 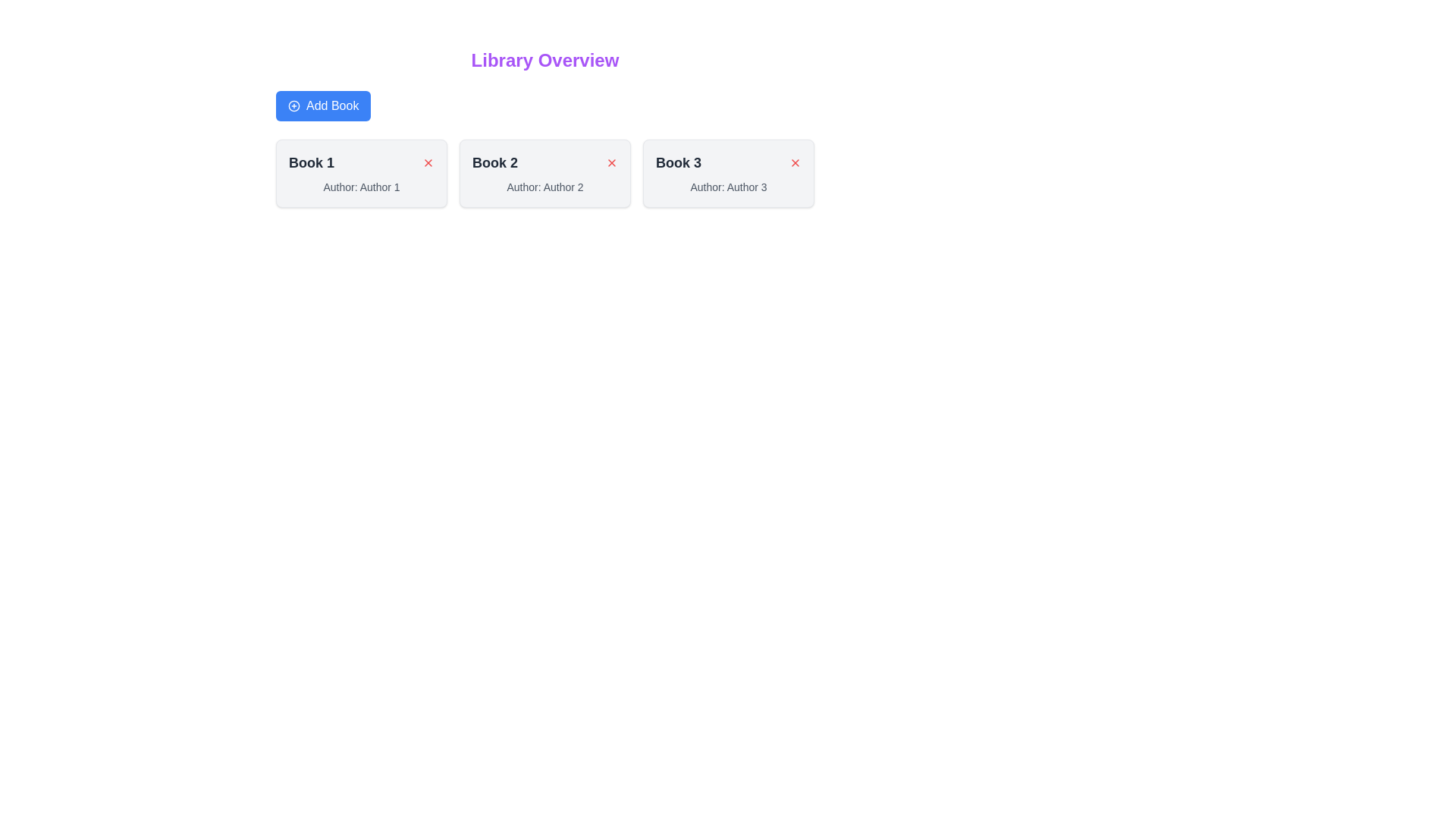 I want to click on the text label displaying 'Book 2' in a bold dark gray font, located at the top left of the second book card in the horizontal row of book cards, so click(x=494, y=163).